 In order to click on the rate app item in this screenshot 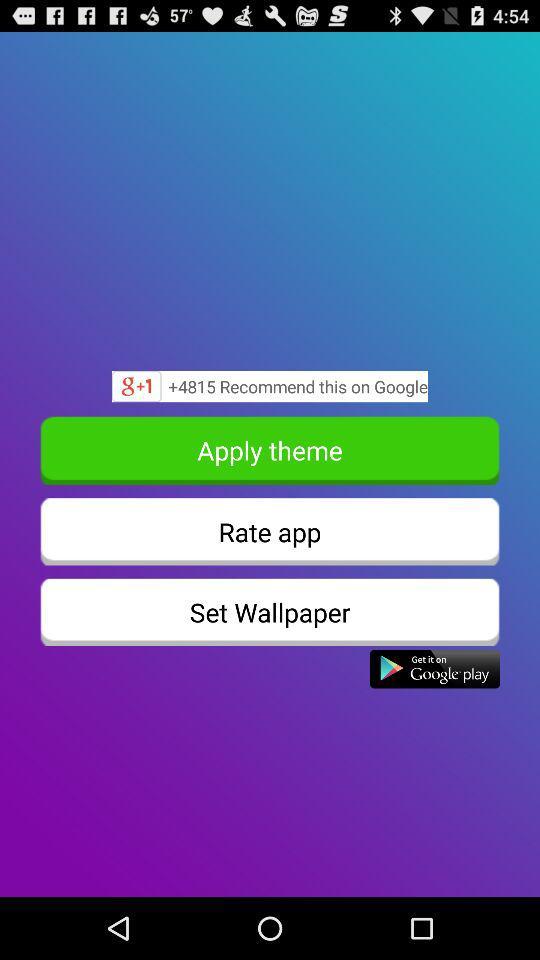, I will do `click(270, 530)`.